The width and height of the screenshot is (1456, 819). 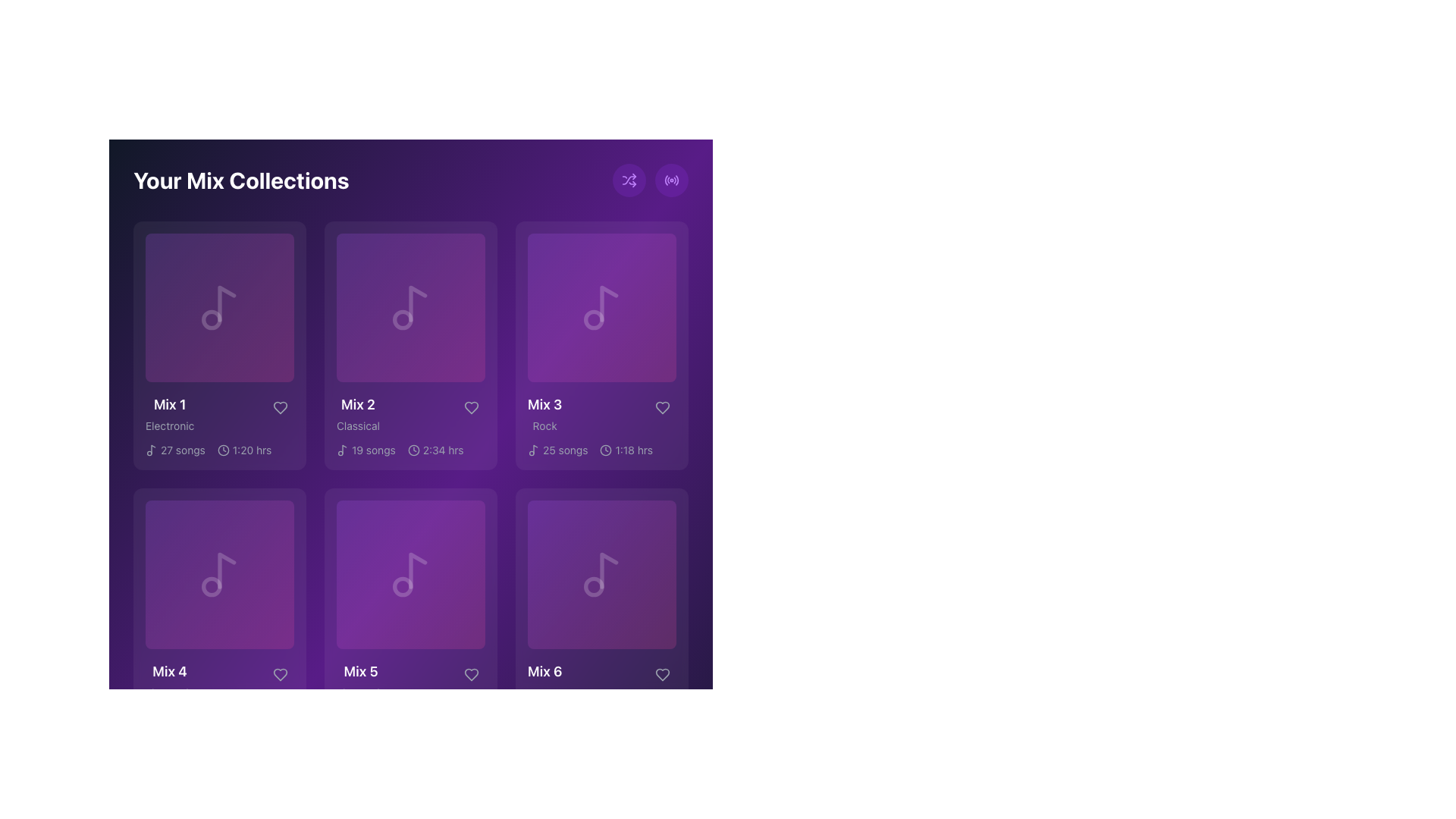 I want to click on the circular purple button with rounded edges located centrally within the 'Mix 3' card to trigger its hover state, so click(x=601, y=307).